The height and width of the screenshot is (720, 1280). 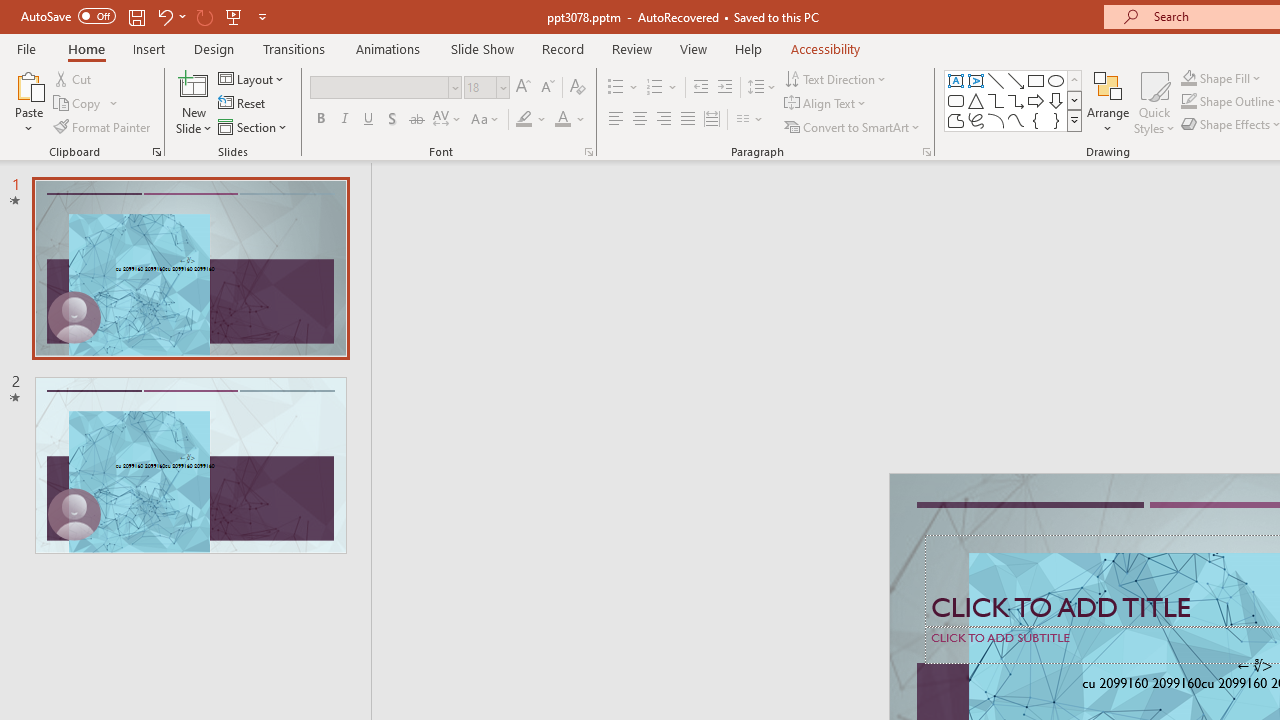 What do you see at coordinates (1254, 666) in the screenshot?
I see `'TextBox 7'` at bounding box center [1254, 666].